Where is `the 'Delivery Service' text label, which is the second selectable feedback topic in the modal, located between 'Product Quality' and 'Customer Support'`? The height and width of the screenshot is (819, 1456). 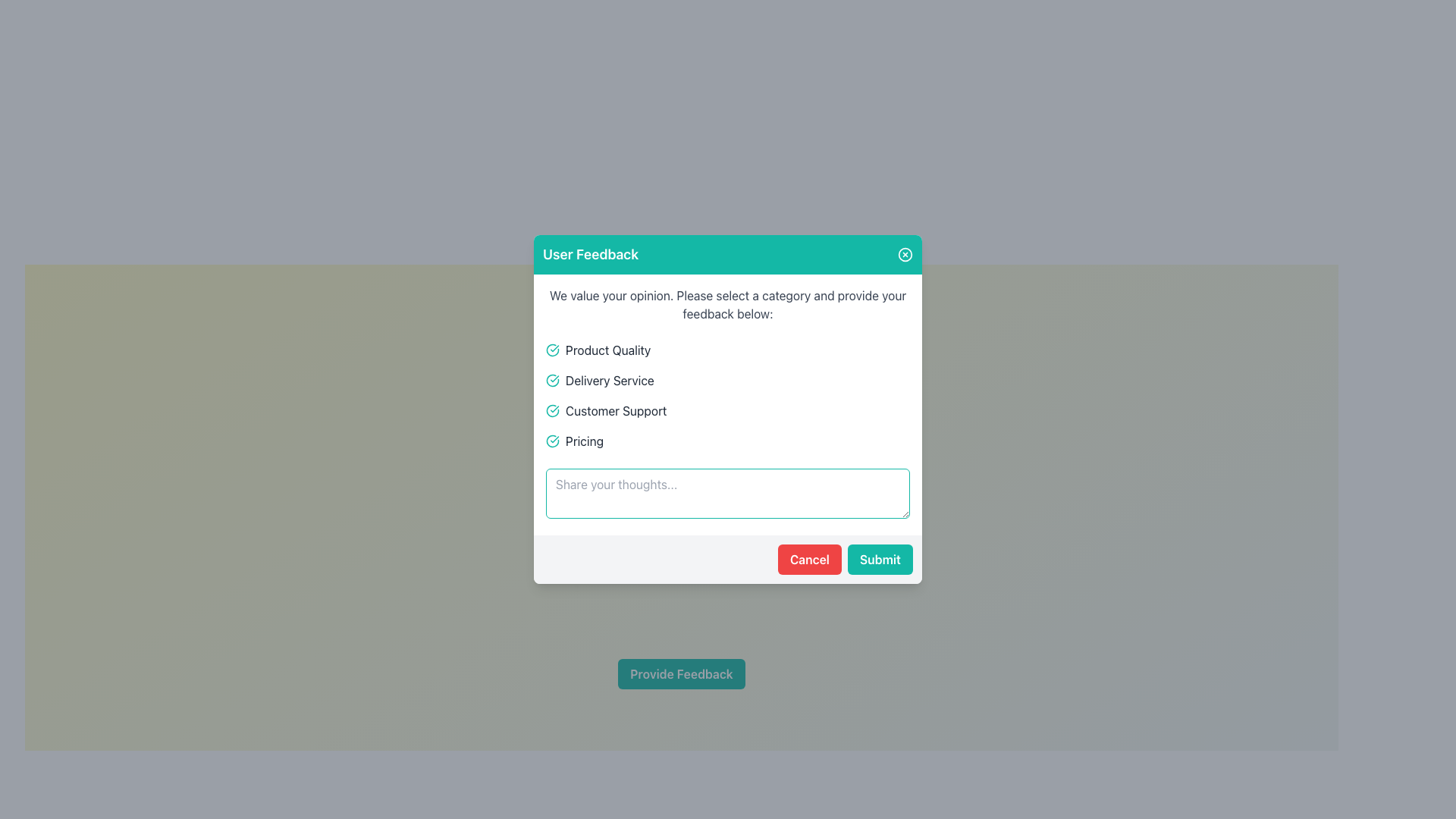 the 'Delivery Service' text label, which is the second selectable feedback topic in the modal, located between 'Product Quality' and 'Customer Support' is located at coordinates (610, 379).